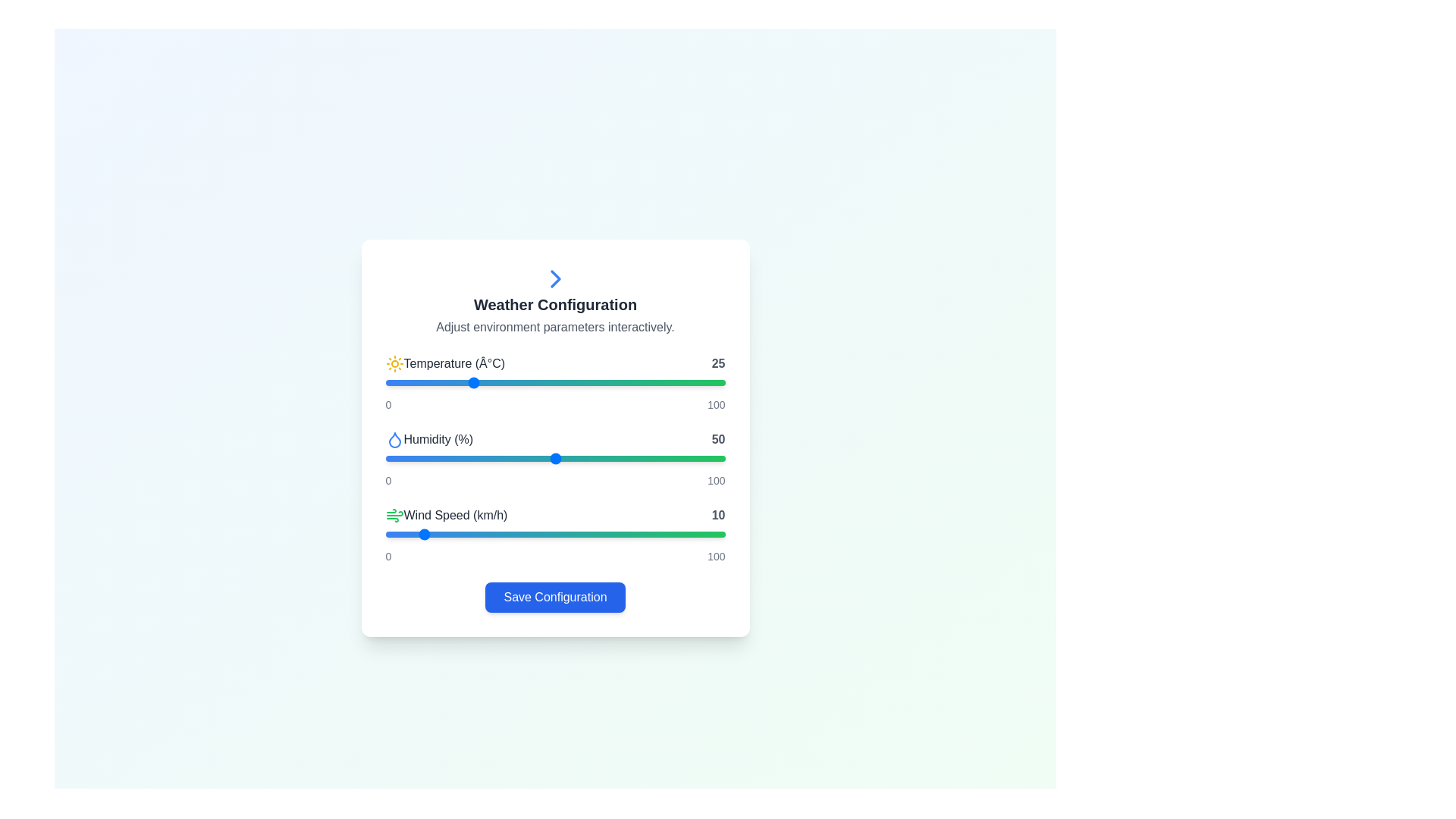 The width and height of the screenshot is (1456, 819). What do you see at coordinates (697, 458) in the screenshot?
I see `the humidity level` at bounding box center [697, 458].